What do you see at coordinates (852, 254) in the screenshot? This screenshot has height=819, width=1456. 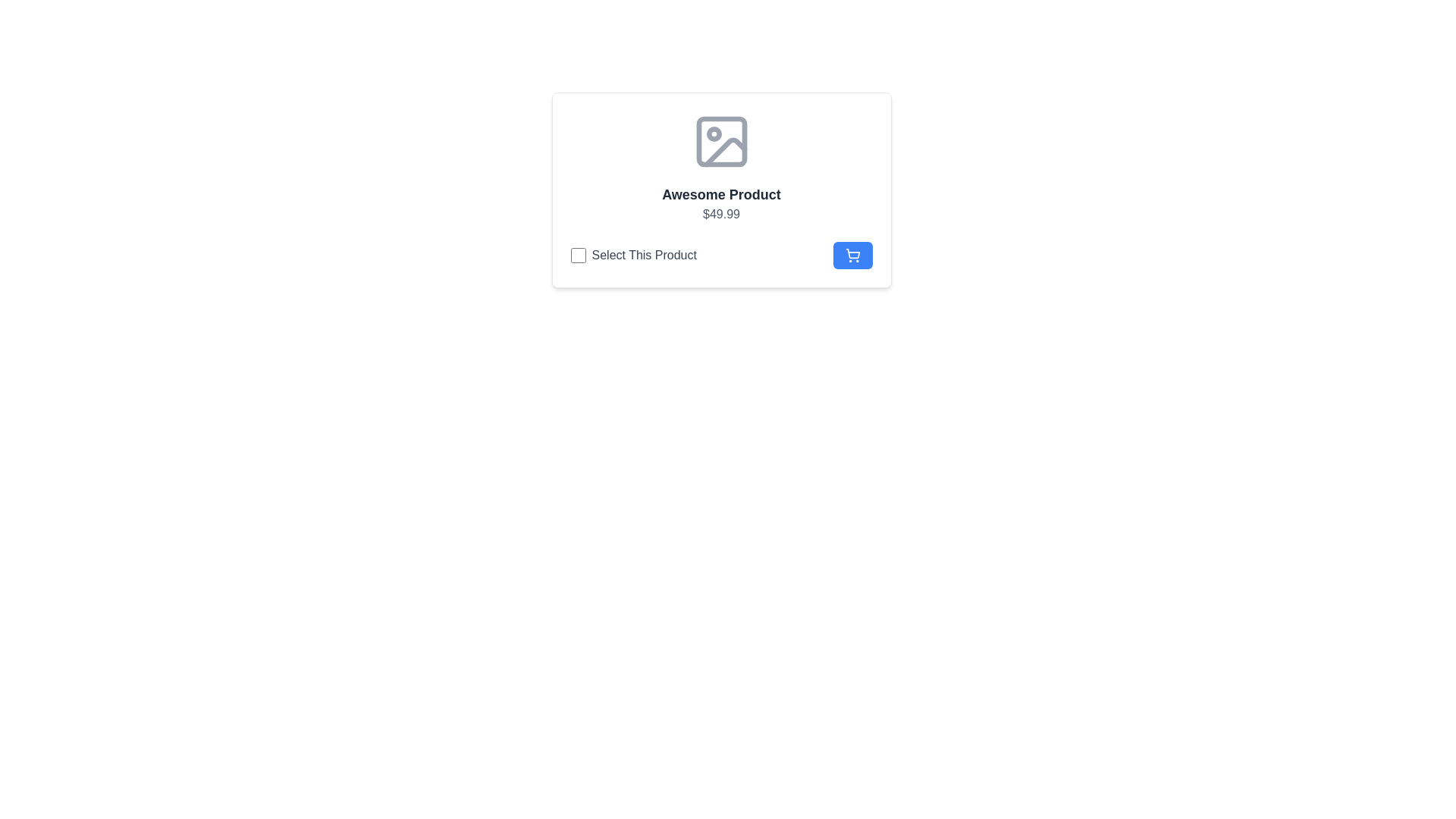 I see `the icon inside the button at the bottom-right corner of the card interface` at bounding box center [852, 254].